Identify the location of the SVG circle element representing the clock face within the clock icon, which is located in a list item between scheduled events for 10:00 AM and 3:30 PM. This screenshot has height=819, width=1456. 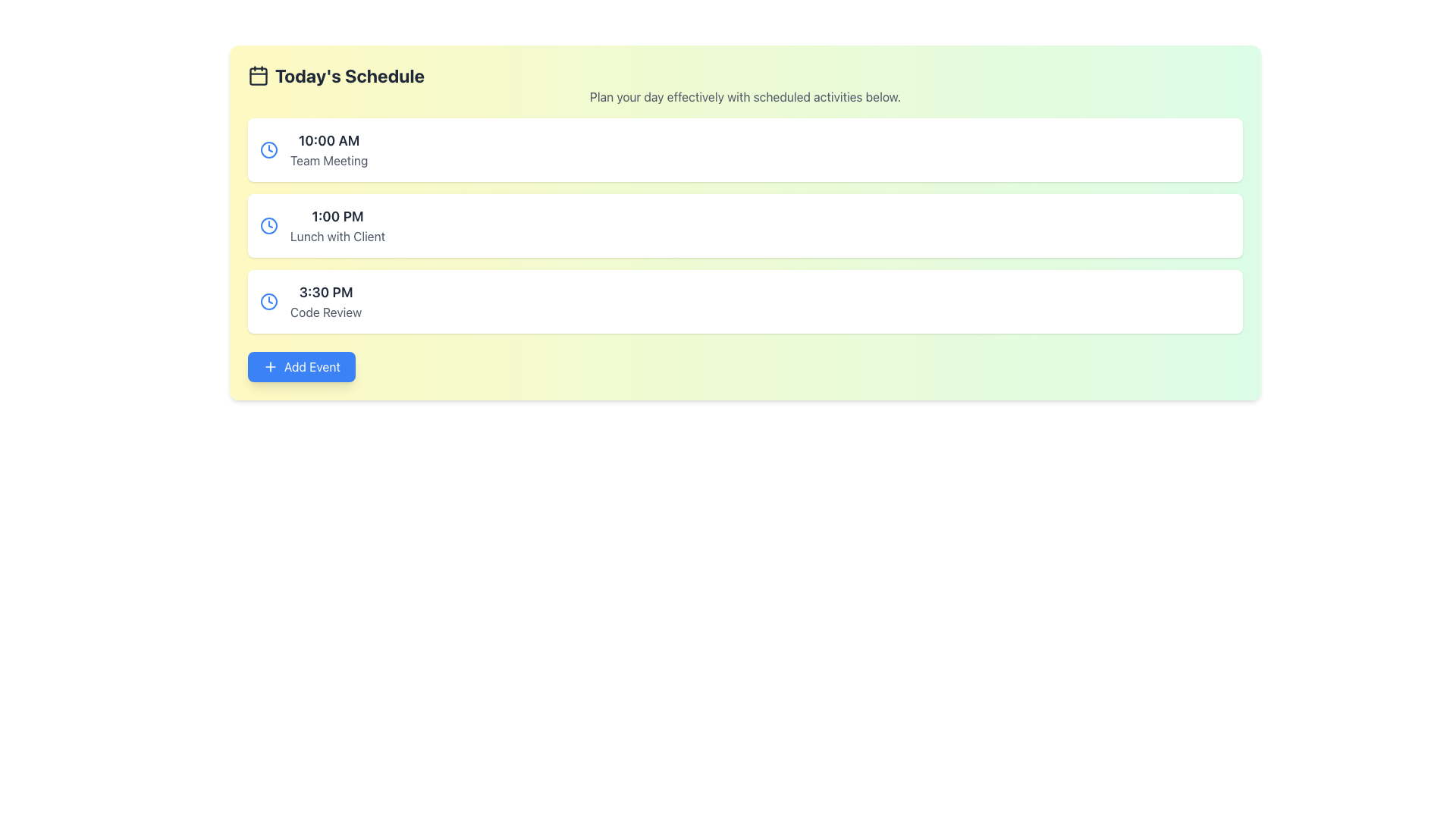
(269, 225).